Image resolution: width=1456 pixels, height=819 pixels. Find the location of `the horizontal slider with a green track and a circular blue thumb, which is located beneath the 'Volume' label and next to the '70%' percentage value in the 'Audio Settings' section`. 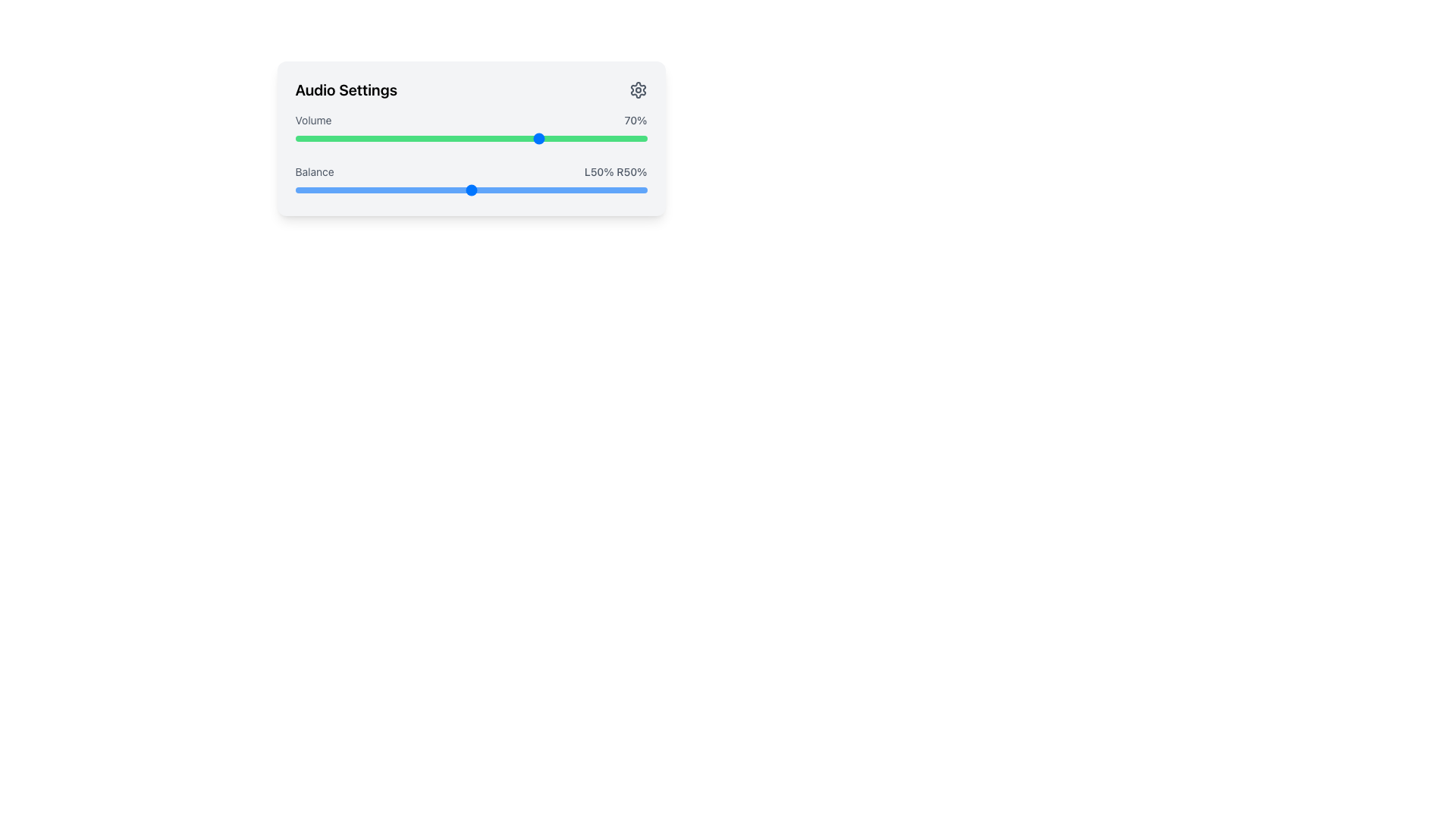

the horizontal slider with a green track and a circular blue thumb, which is located beneath the 'Volume' label and next to the '70%' percentage value in the 'Audio Settings' section is located at coordinates (470, 138).